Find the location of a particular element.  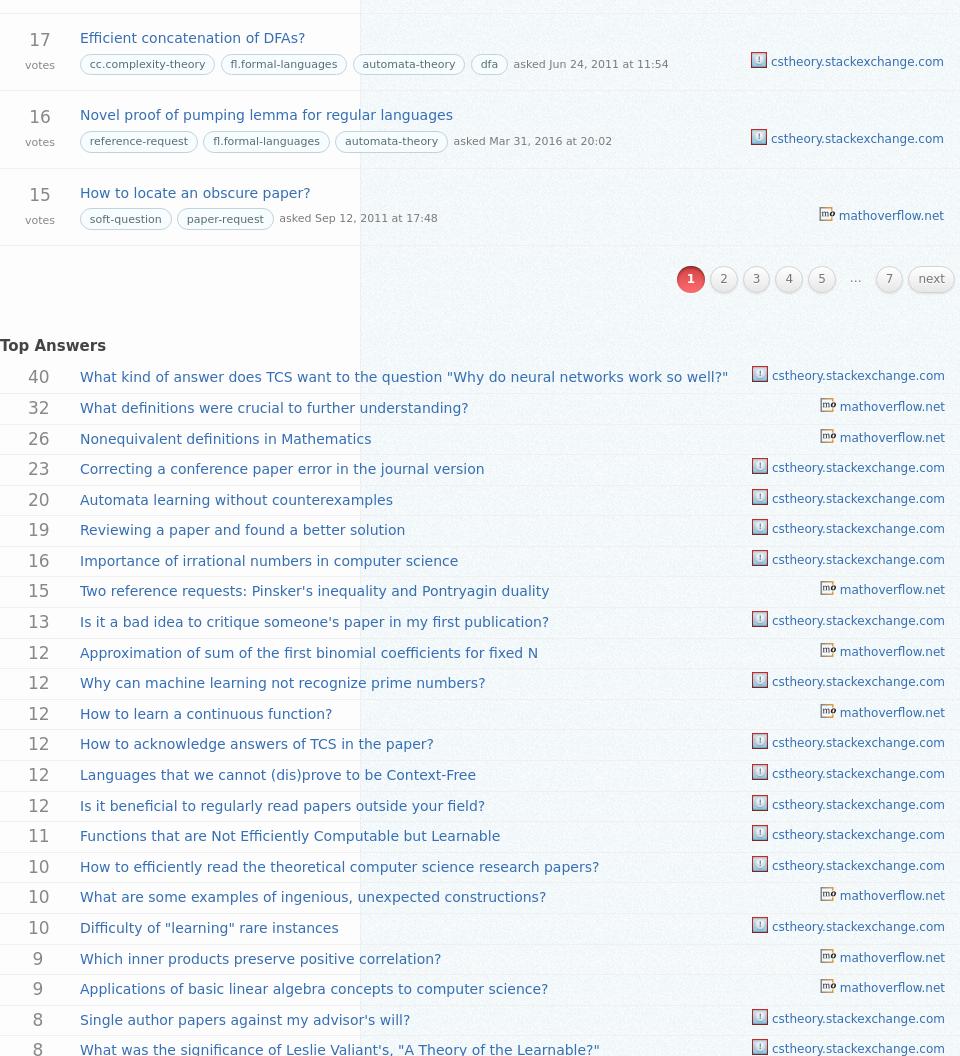

'What kind of answer does TCS want to the question "Why do neural networks work so well?"' is located at coordinates (79, 375).